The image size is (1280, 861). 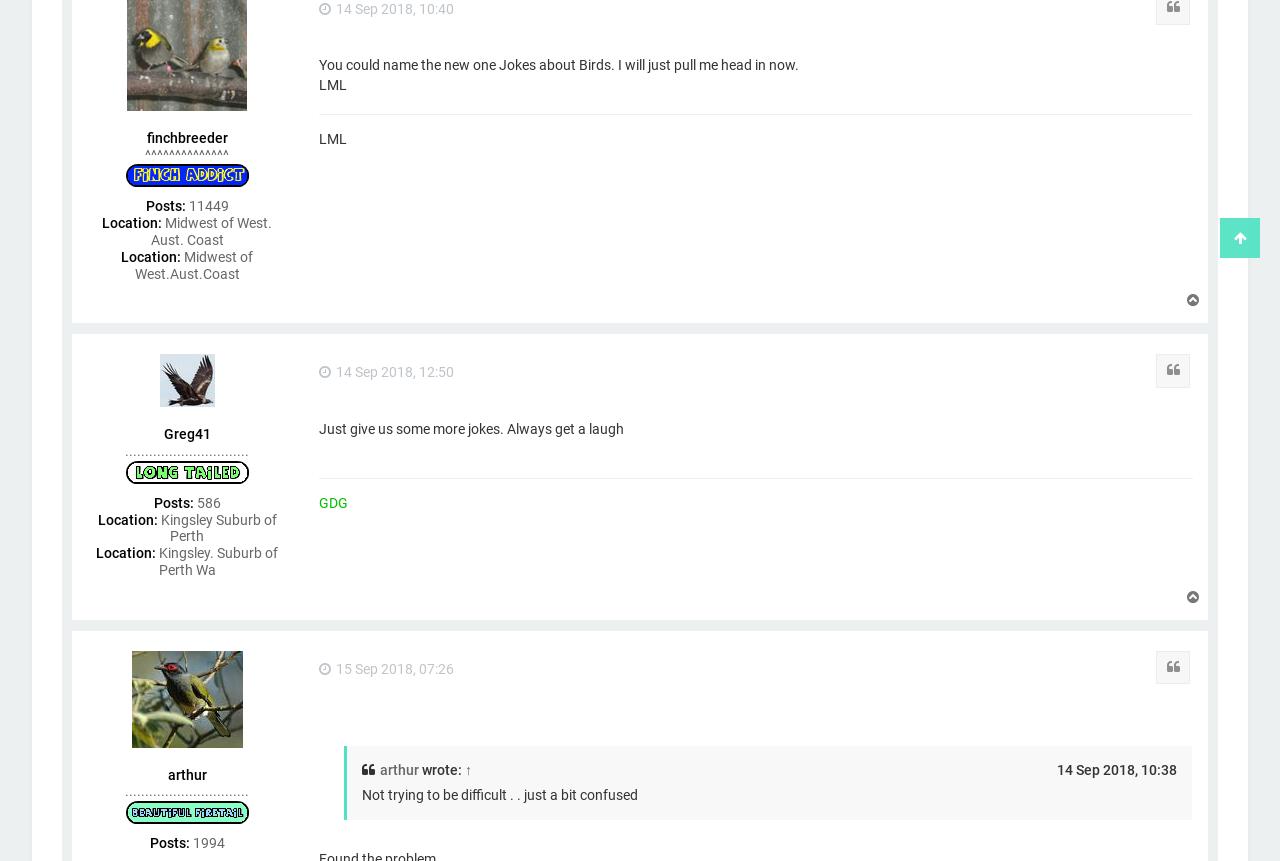 I want to click on '586', so click(x=206, y=501).